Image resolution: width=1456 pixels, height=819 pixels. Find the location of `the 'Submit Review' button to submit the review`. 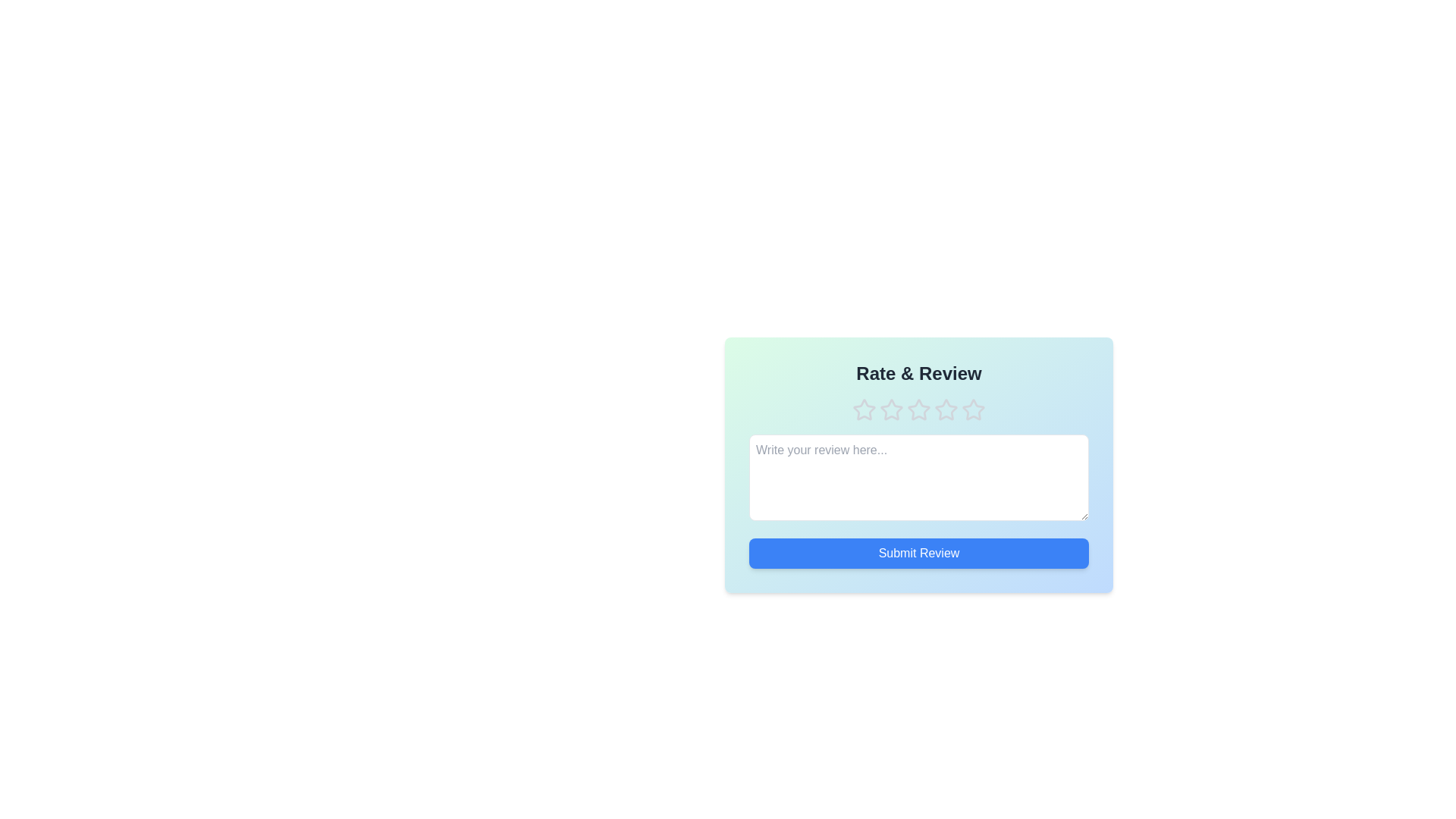

the 'Submit Review' button to submit the review is located at coordinates (918, 553).